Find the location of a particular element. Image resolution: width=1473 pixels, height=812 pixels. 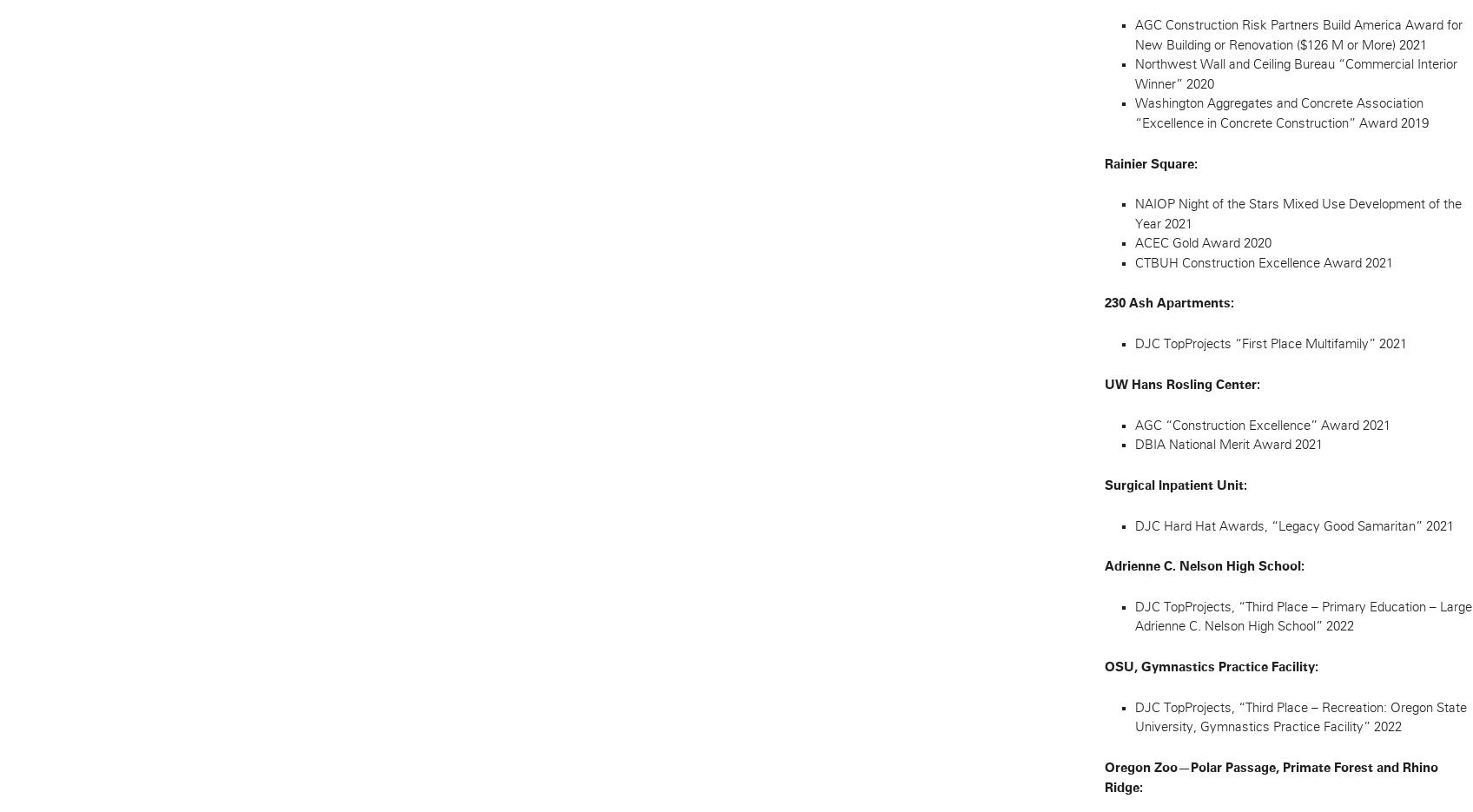

'DJC Hard Hat Awards, “Legacy Good Samaritan” 2021' is located at coordinates (1292, 525).